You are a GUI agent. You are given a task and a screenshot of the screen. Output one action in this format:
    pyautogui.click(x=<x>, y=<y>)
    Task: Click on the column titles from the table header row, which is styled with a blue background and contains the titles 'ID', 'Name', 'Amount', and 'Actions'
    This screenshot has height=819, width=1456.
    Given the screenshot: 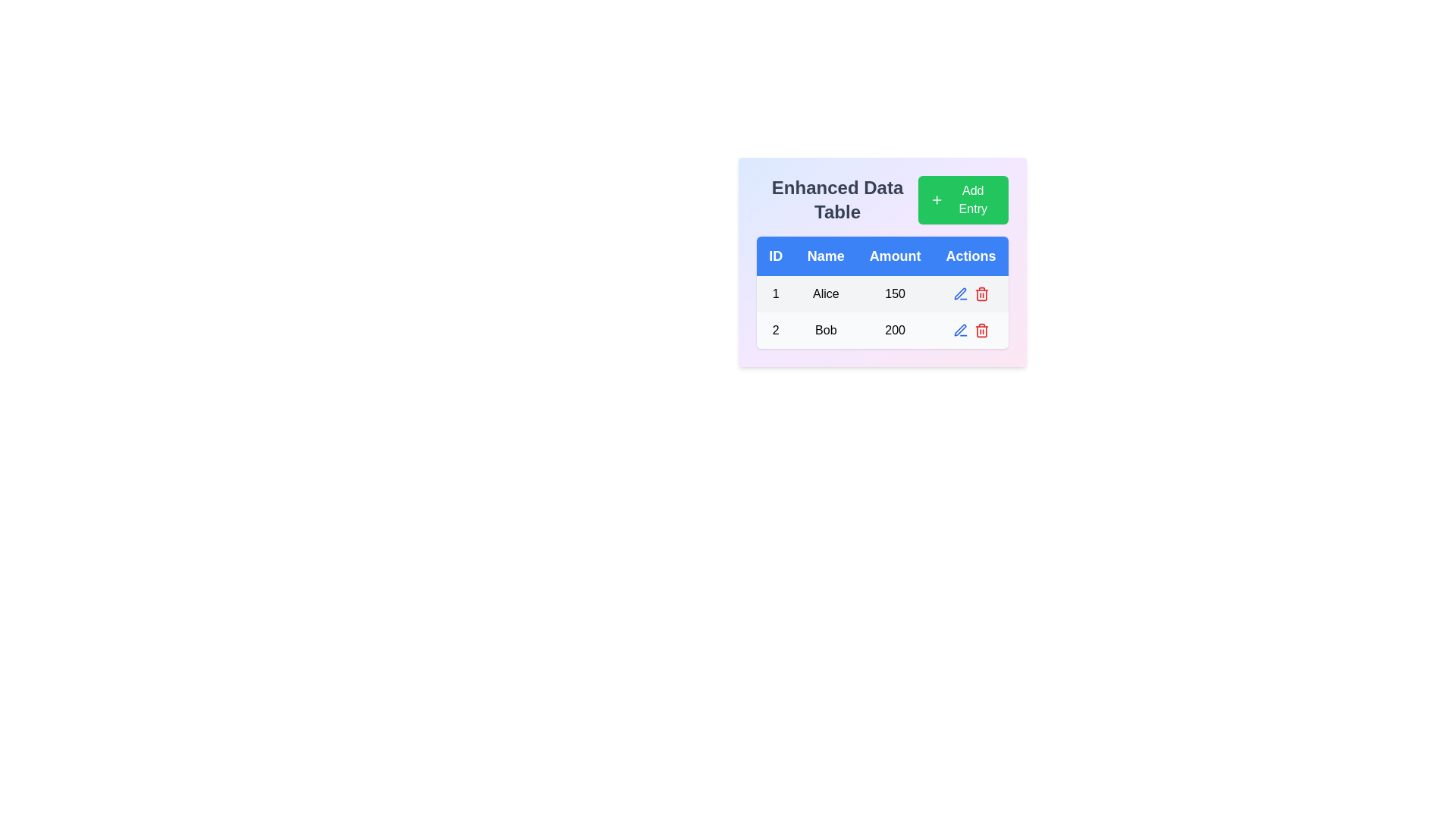 What is the action you would take?
    pyautogui.click(x=882, y=256)
    